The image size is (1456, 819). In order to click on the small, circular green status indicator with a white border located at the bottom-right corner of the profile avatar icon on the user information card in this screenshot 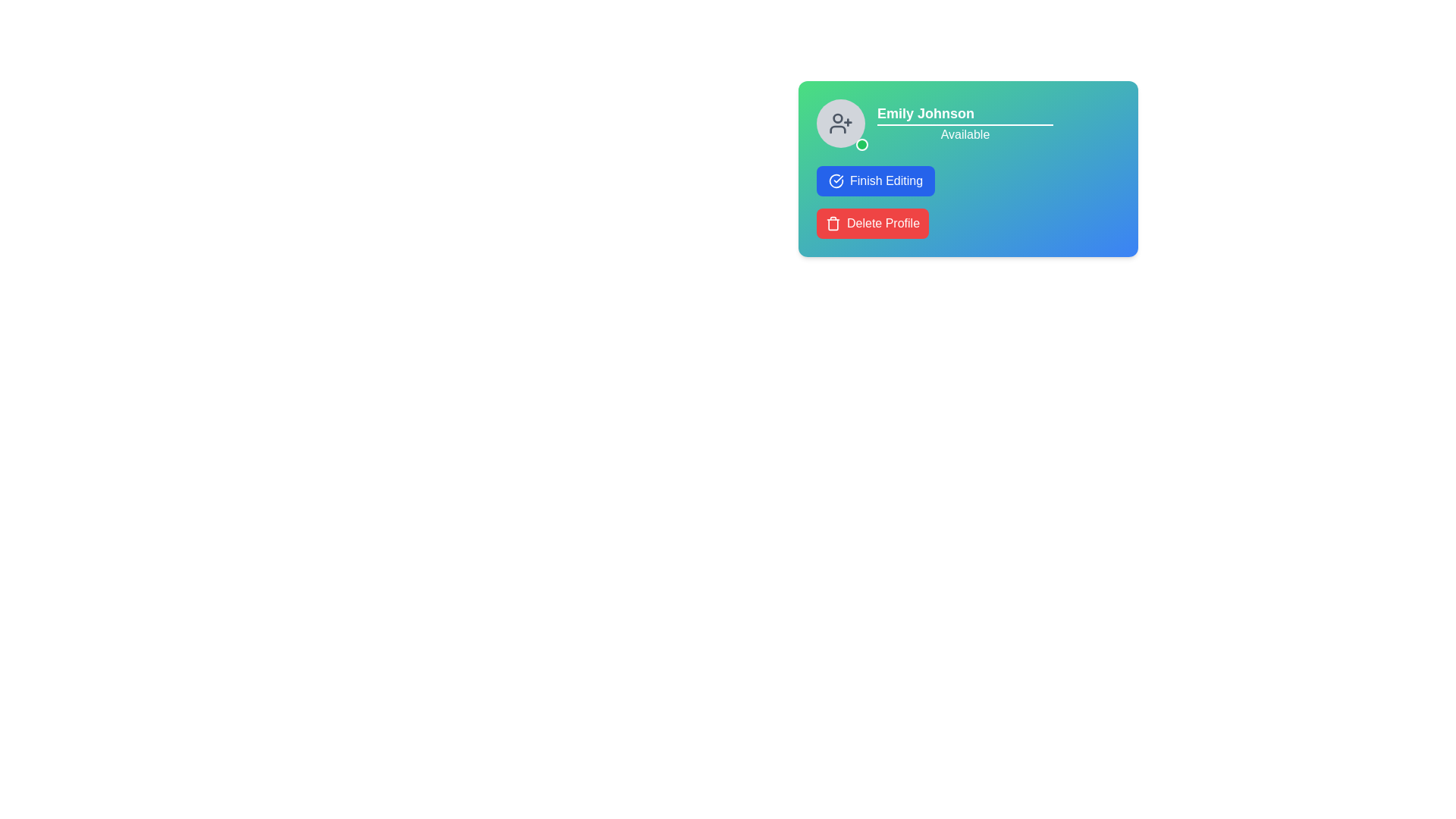, I will do `click(862, 145)`.